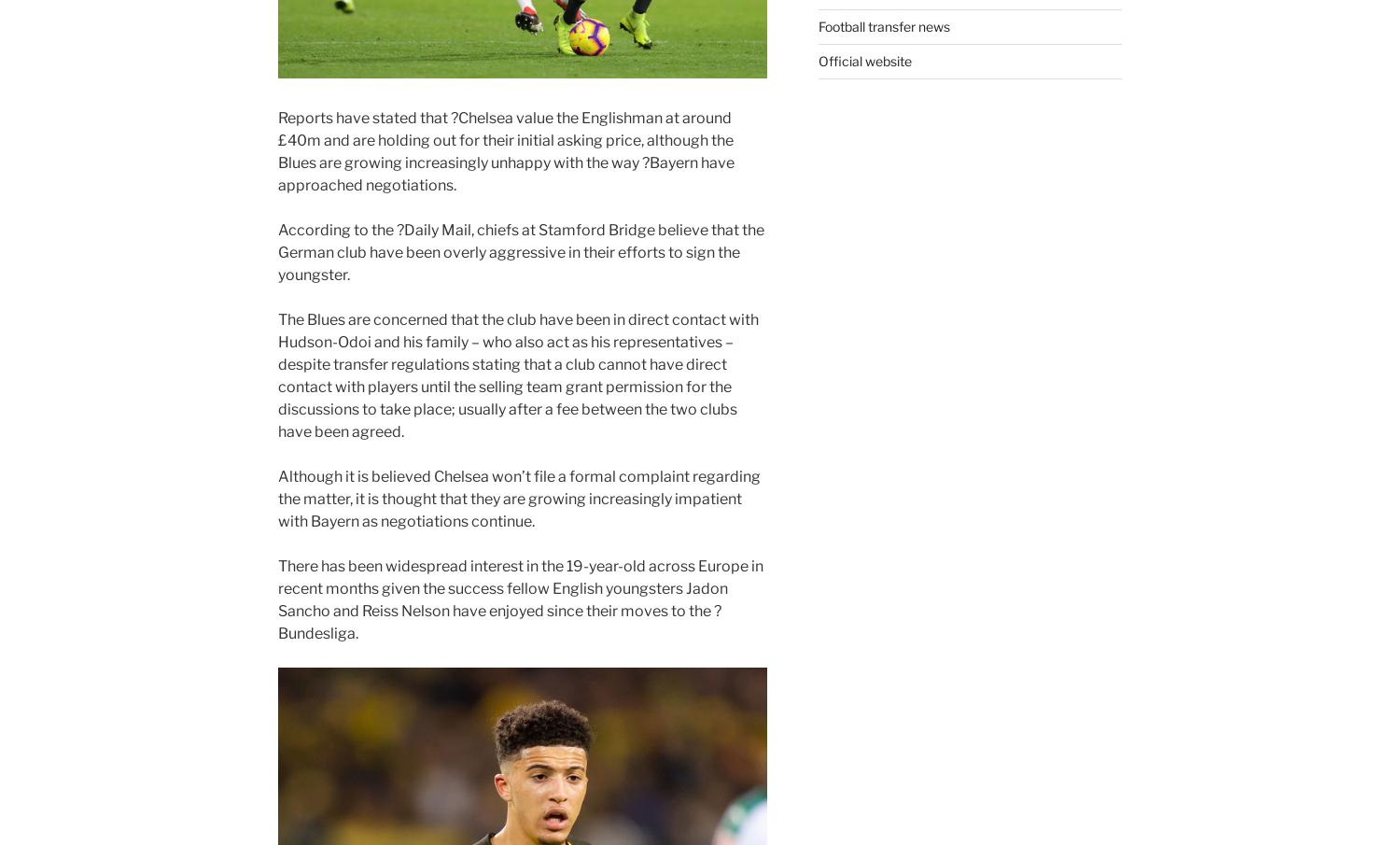 Image resolution: width=1400 pixels, height=845 pixels. What do you see at coordinates (863, 61) in the screenshot?
I see `'Official website'` at bounding box center [863, 61].